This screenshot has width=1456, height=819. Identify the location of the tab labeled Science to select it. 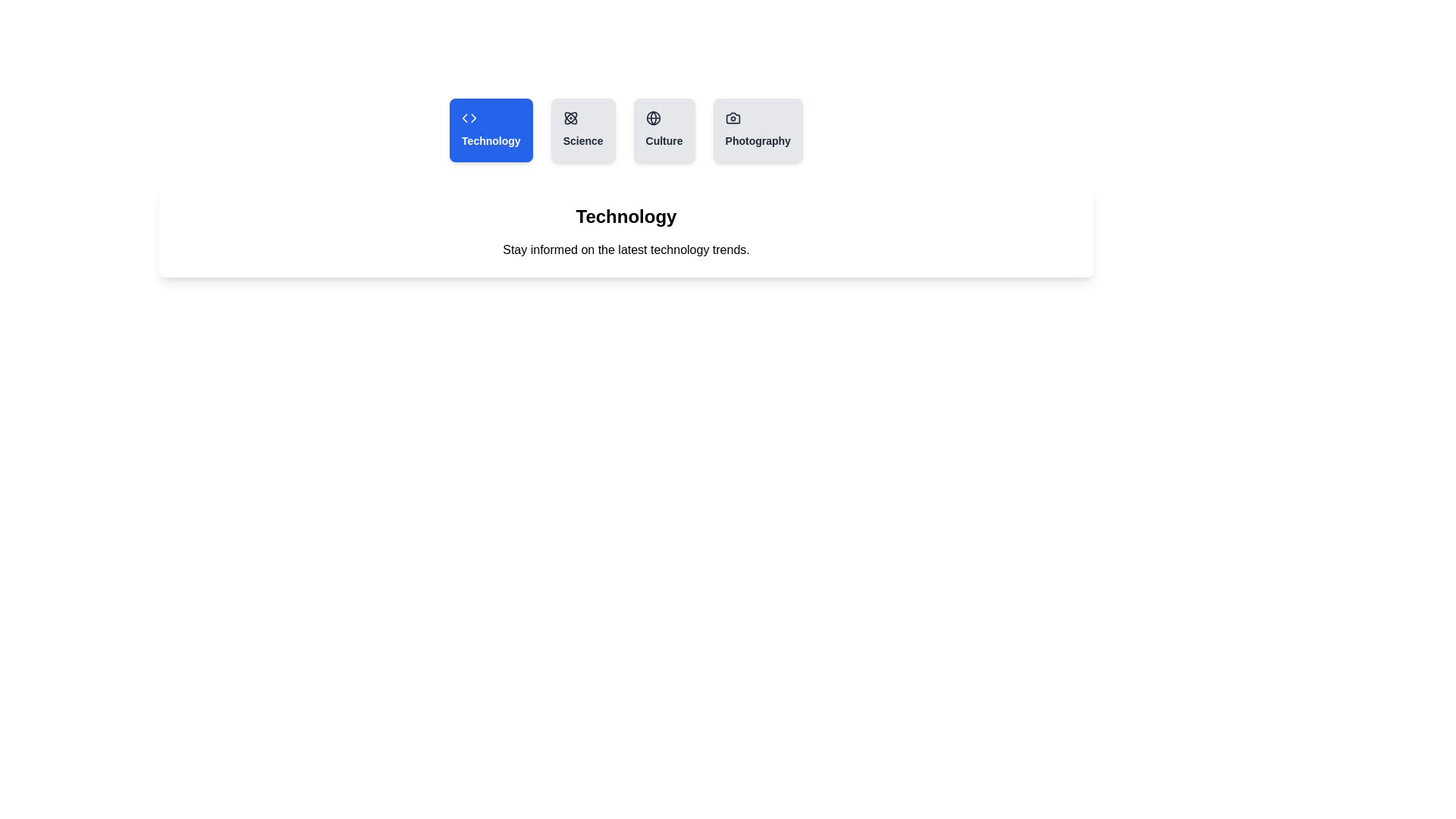
(582, 130).